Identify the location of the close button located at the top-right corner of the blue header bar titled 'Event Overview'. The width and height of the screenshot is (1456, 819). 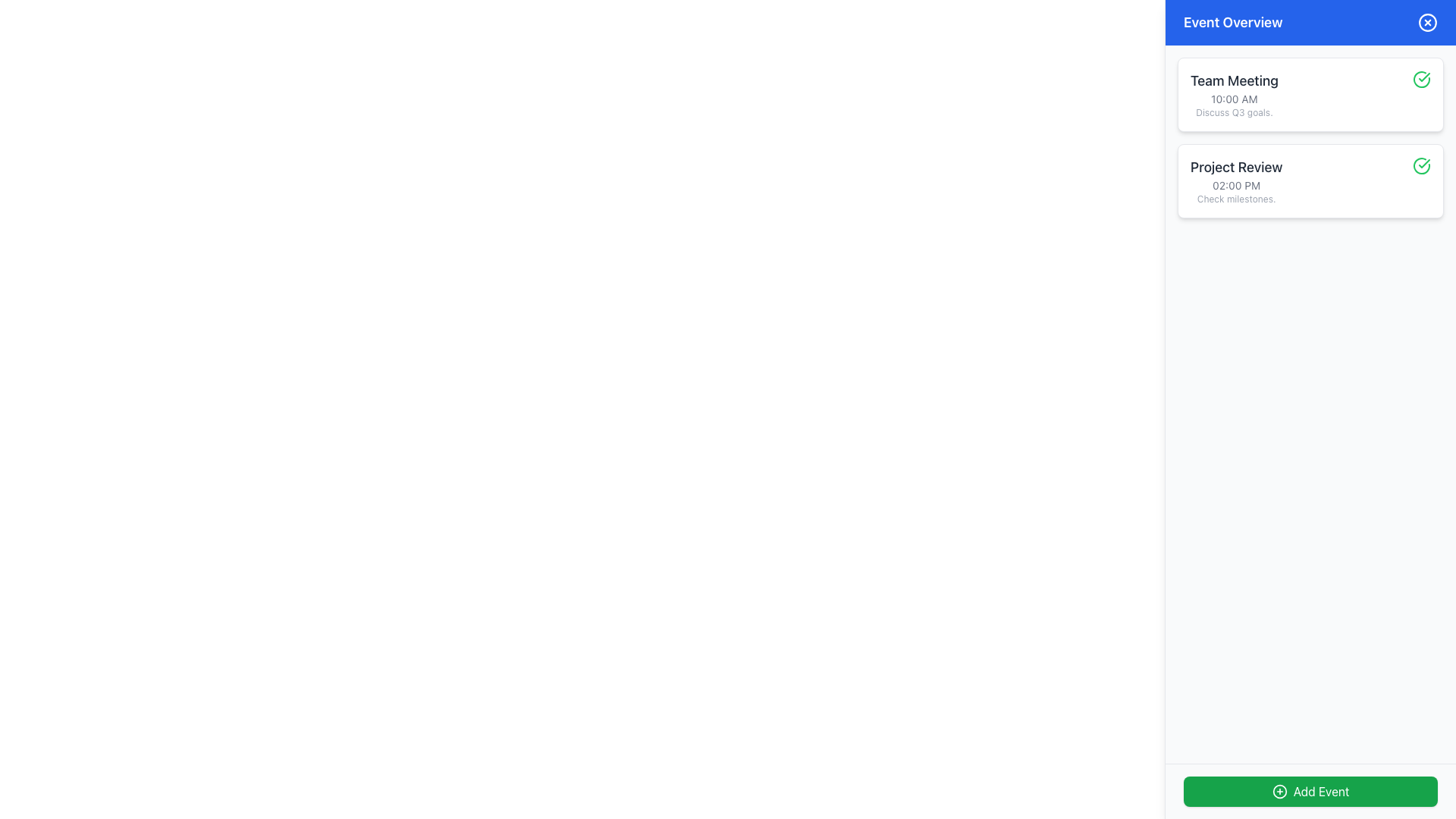
(1426, 23).